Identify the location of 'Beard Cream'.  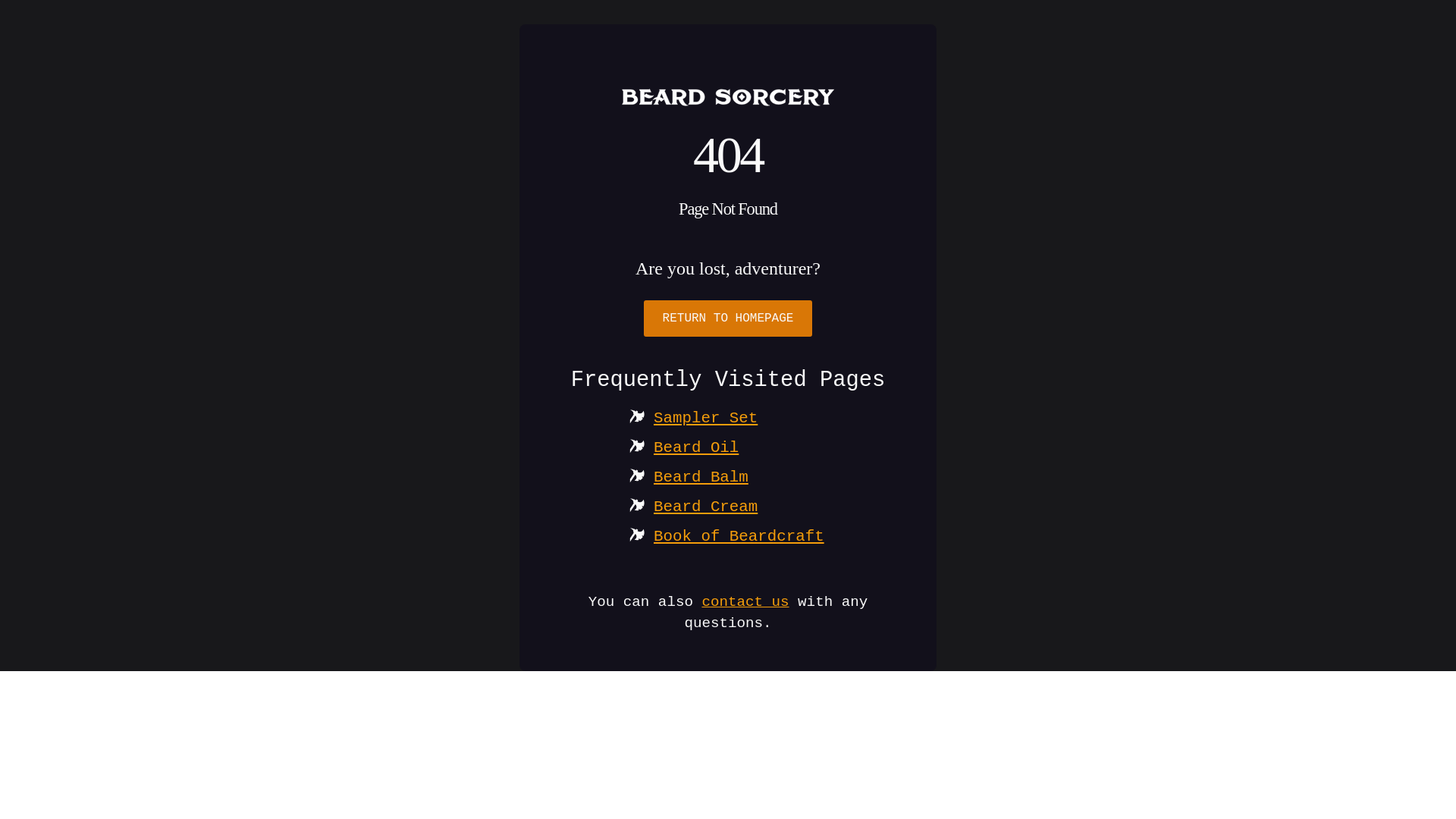
(704, 507).